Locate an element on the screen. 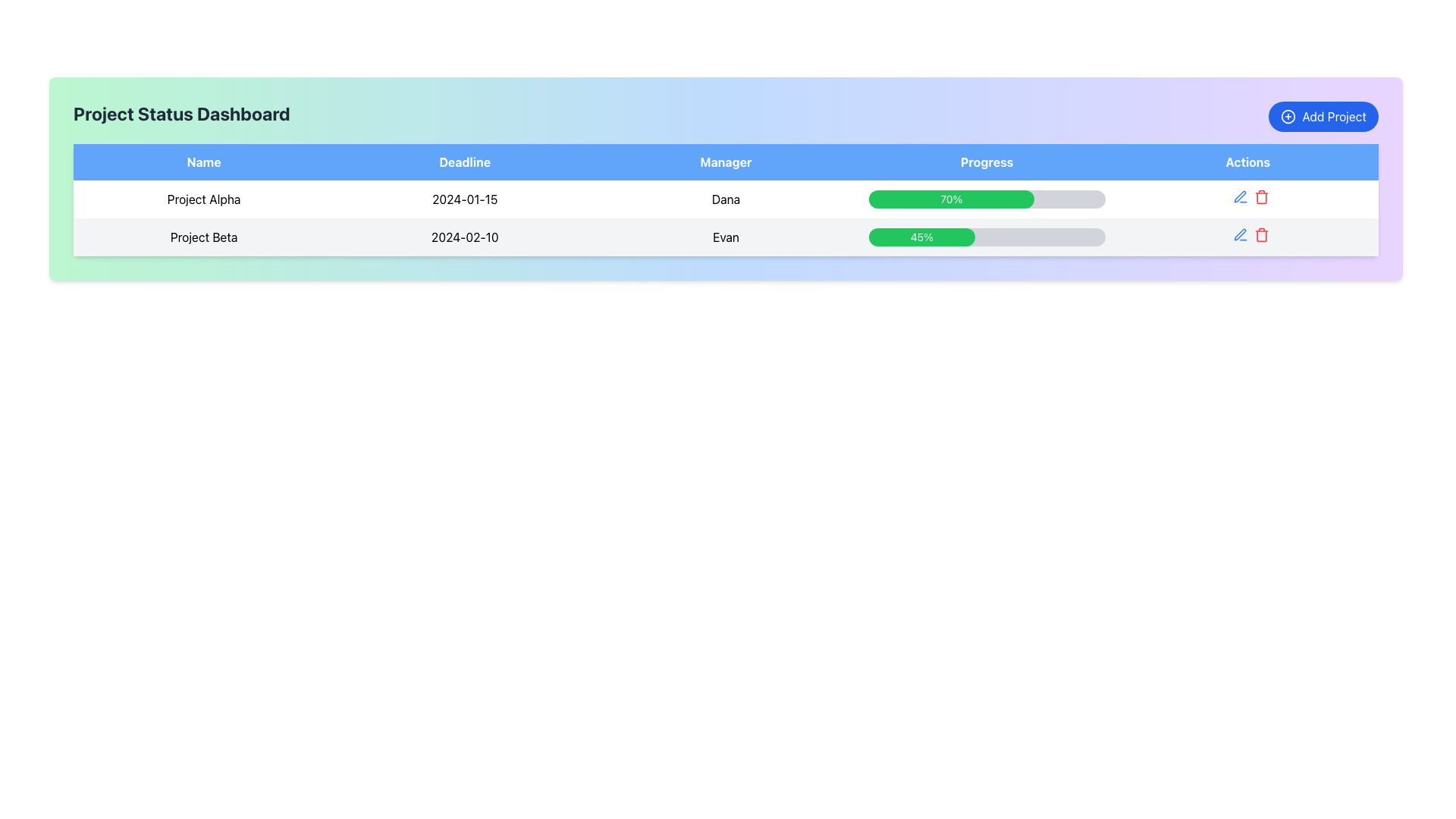  the blue pen icon button in the 'Actions' column of the second row to observe the styling change when hovered over is located at coordinates (1240, 196).